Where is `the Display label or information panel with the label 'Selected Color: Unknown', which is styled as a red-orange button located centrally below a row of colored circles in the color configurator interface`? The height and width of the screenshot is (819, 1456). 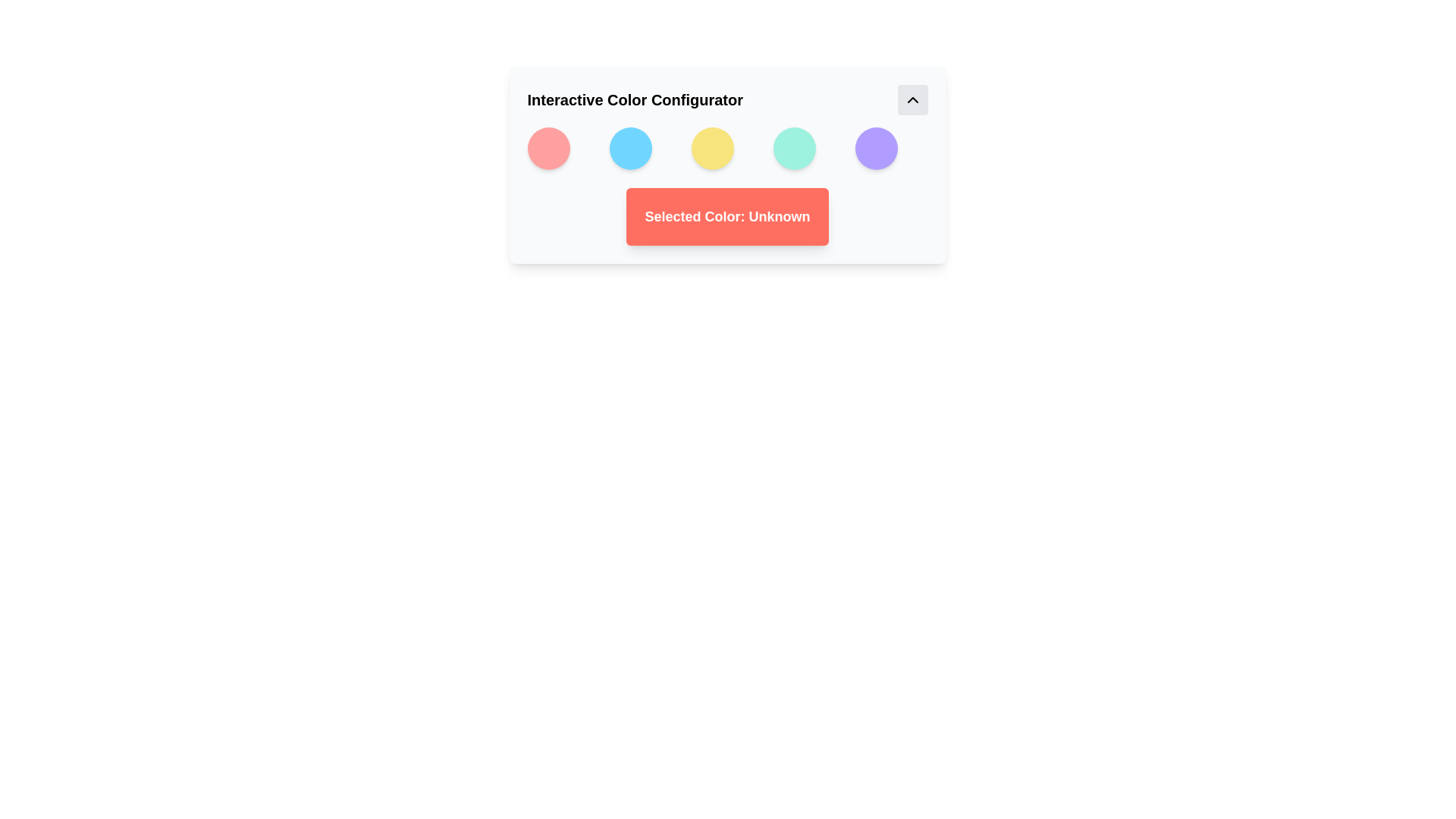 the Display label or information panel with the label 'Selected Color: Unknown', which is styled as a red-orange button located centrally below a row of colored circles in the color configurator interface is located at coordinates (726, 216).